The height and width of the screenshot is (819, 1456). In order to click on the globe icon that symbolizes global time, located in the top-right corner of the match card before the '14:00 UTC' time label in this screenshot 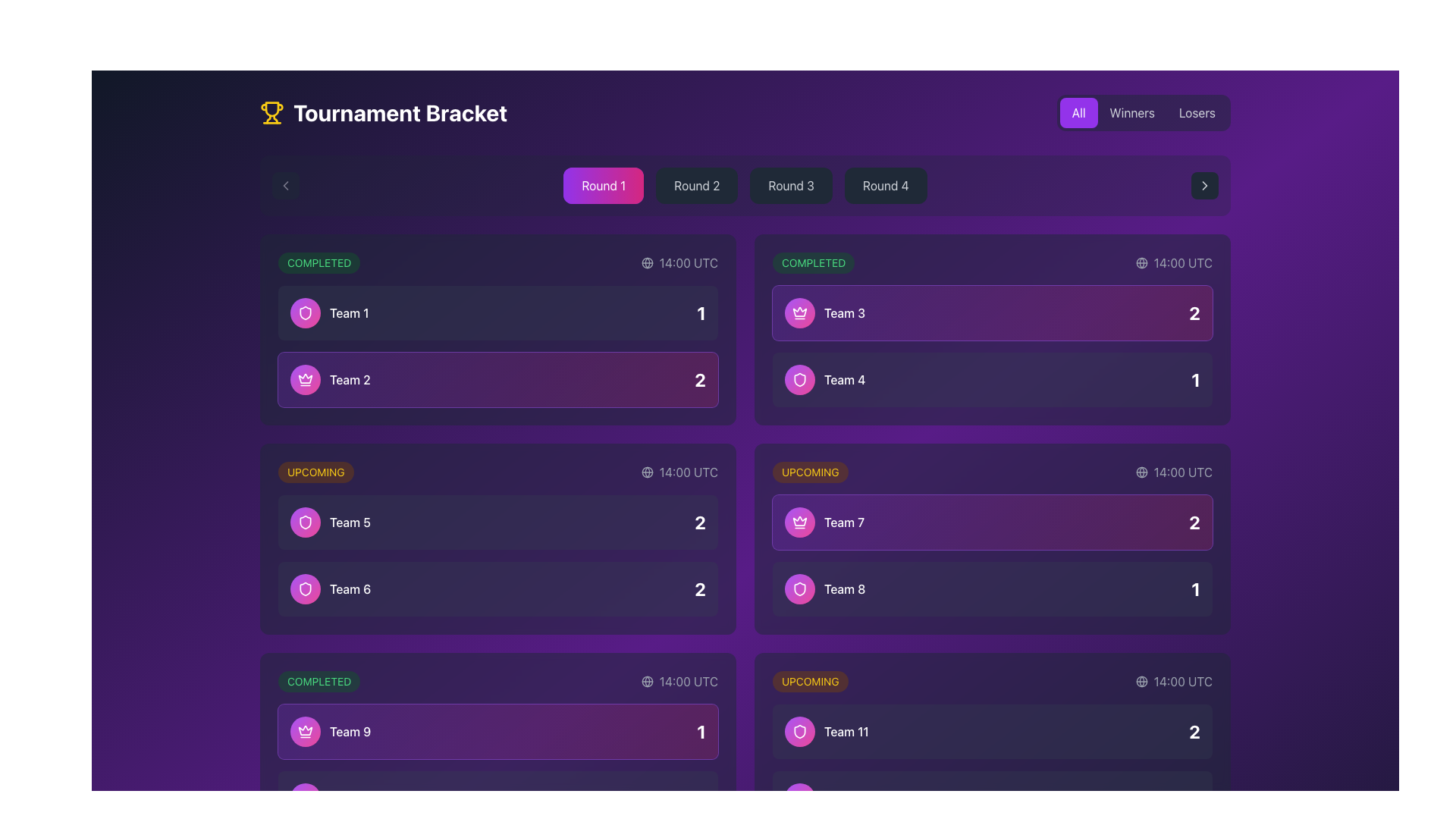, I will do `click(1141, 472)`.